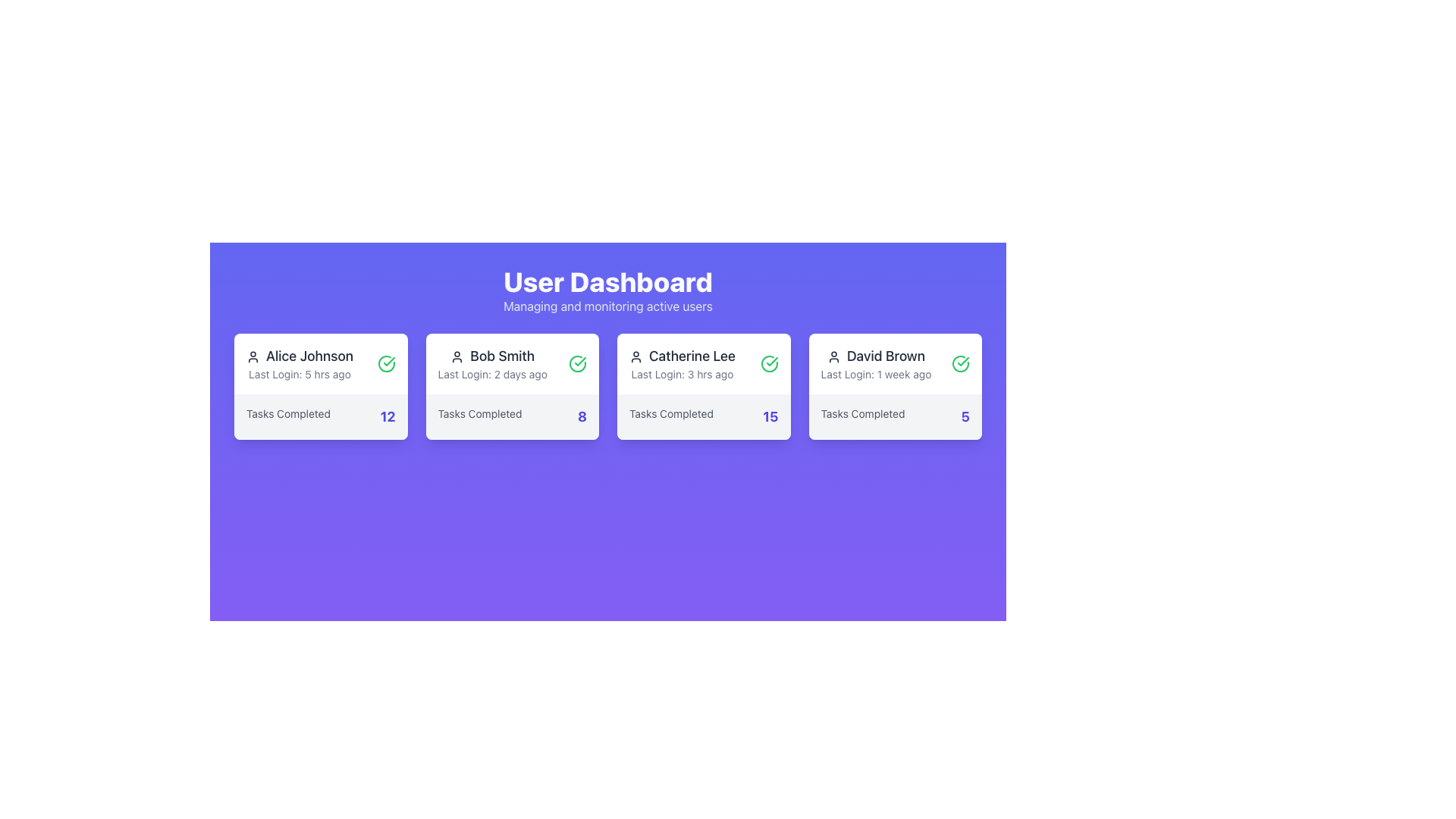  I want to click on the positive status icon located in the top-right segment of the card labeled 'Catherine Lee', which indicates completion and is positioned to the right of 'Last Login: 3 hrs ago', so click(769, 363).